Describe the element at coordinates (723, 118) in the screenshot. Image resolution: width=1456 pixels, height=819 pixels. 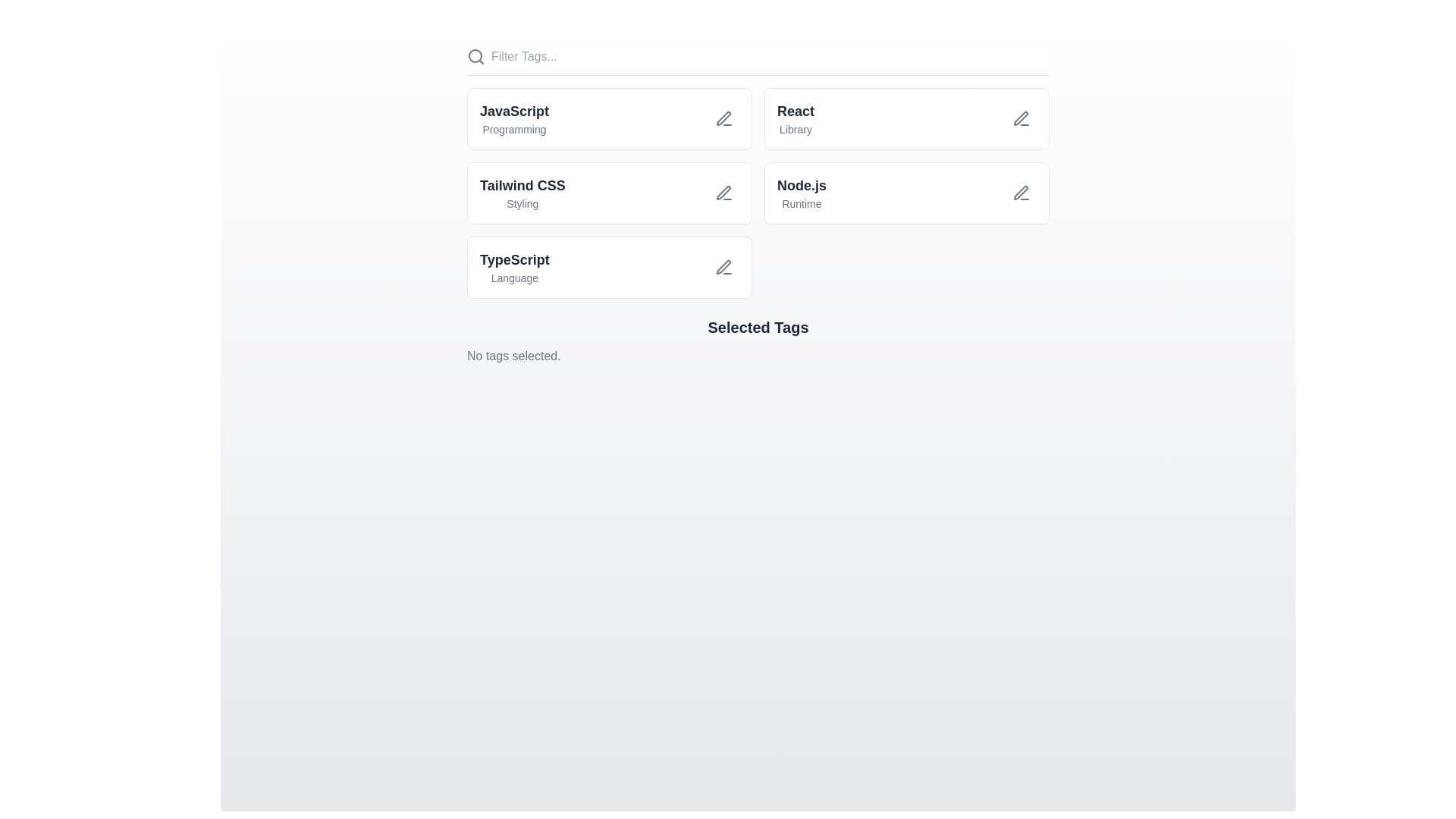
I see `the edit button located to the right of the 'JavaScript Programming' item to initiate editing` at that location.